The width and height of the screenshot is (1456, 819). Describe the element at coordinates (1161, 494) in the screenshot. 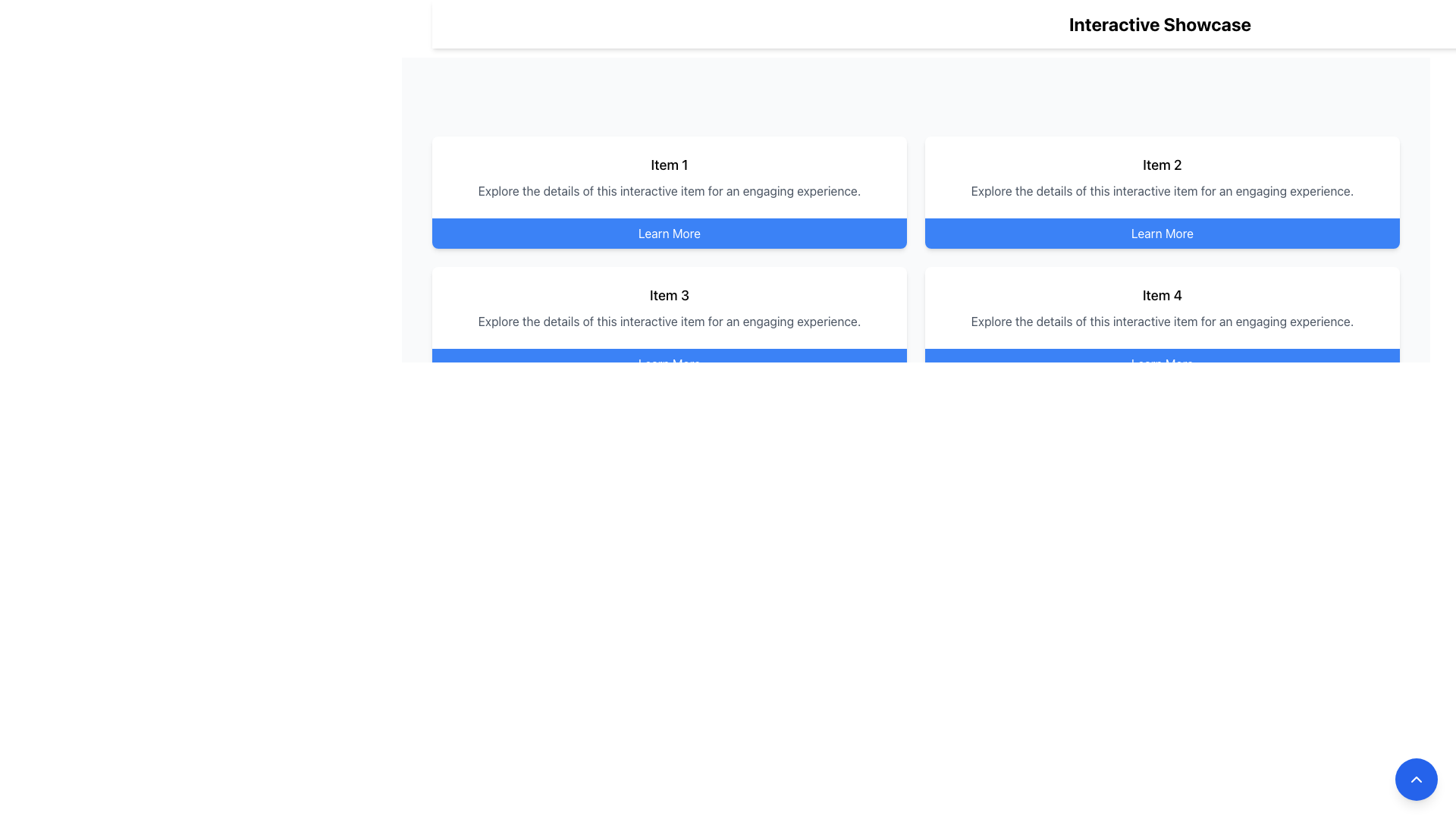

I see `the button located in the second row and second column of the grid layout to change its background color` at that location.